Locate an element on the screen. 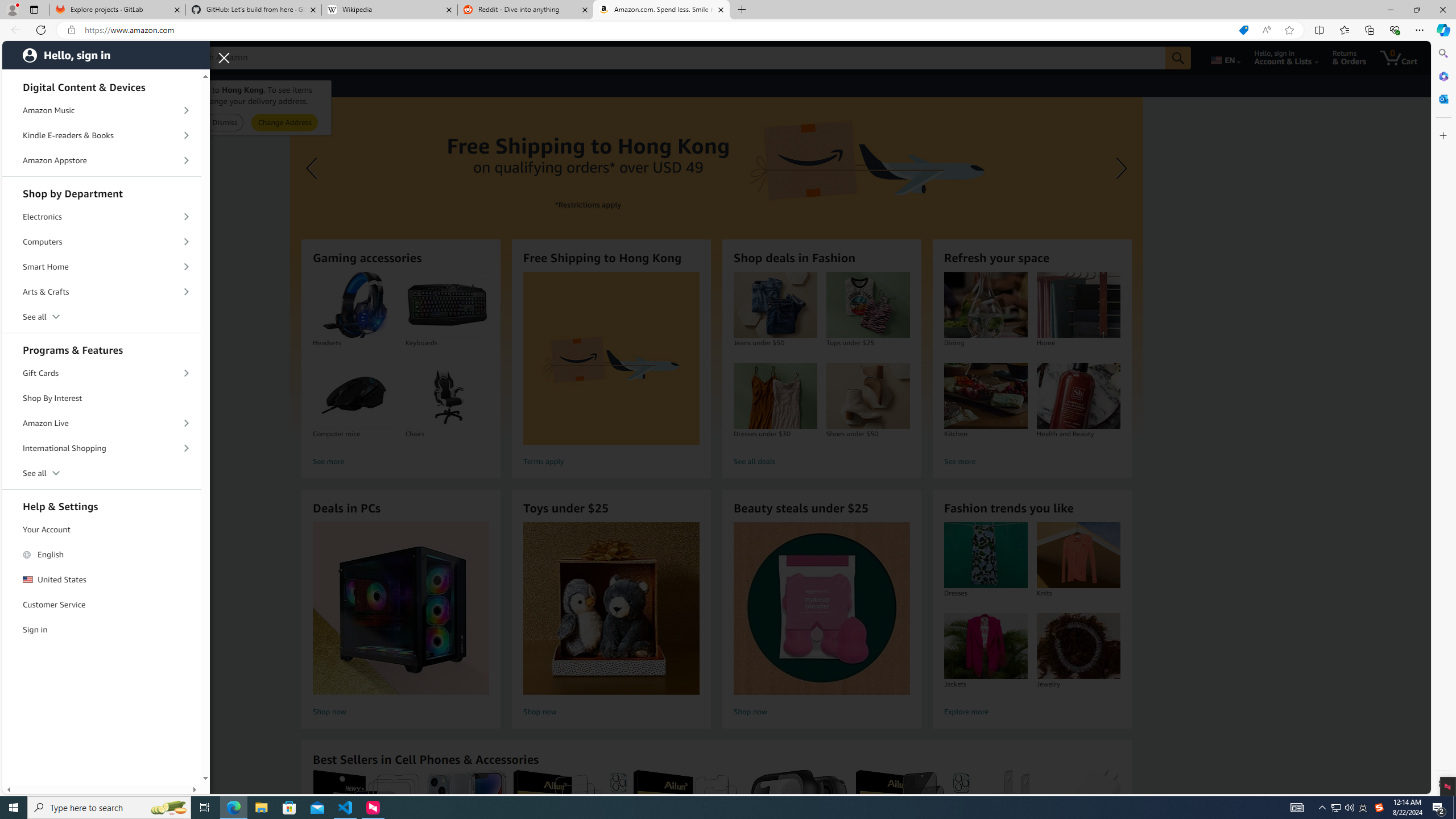  'Electronics' is located at coordinates (102, 216).